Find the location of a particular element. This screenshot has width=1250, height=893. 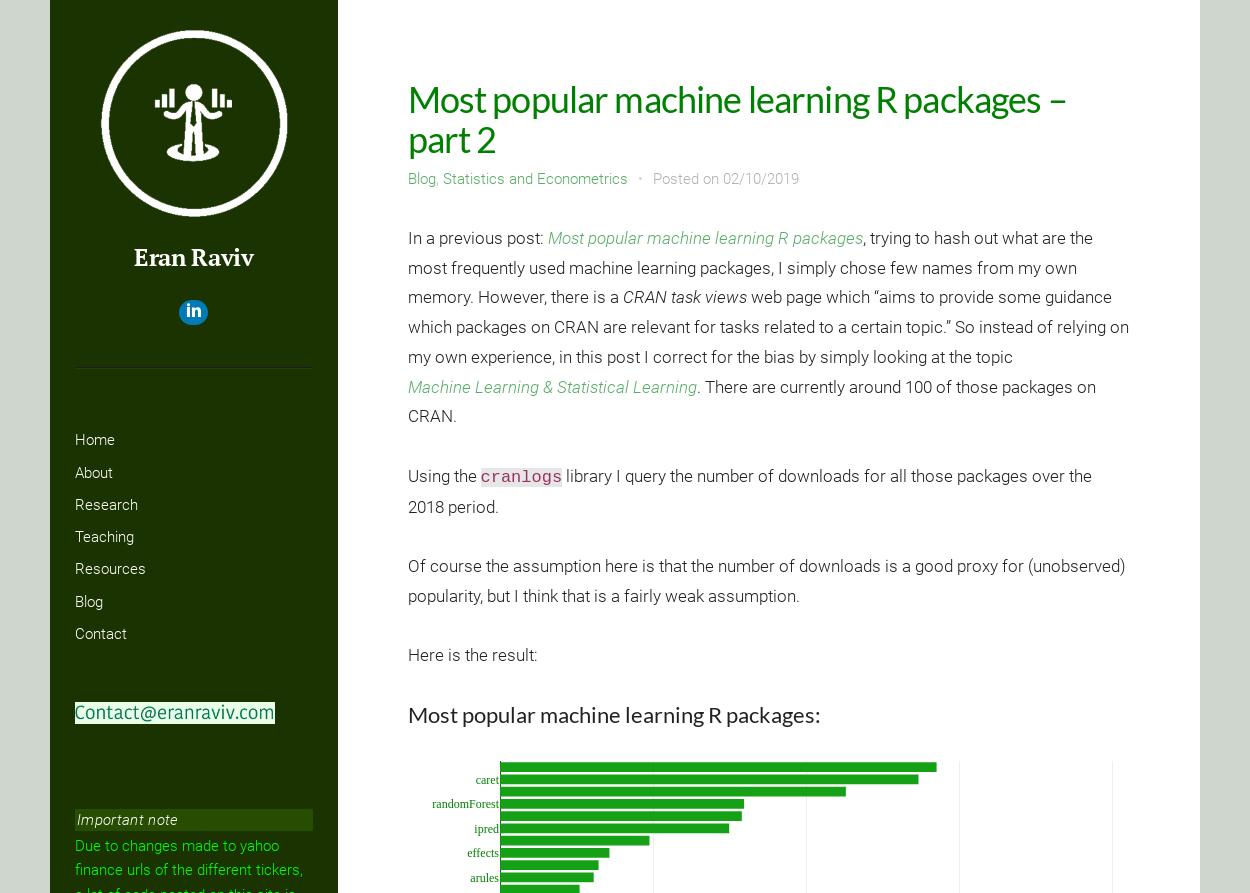

'library I query the number of downloads for all those packages over the 2018 period.' is located at coordinates (748, 489).